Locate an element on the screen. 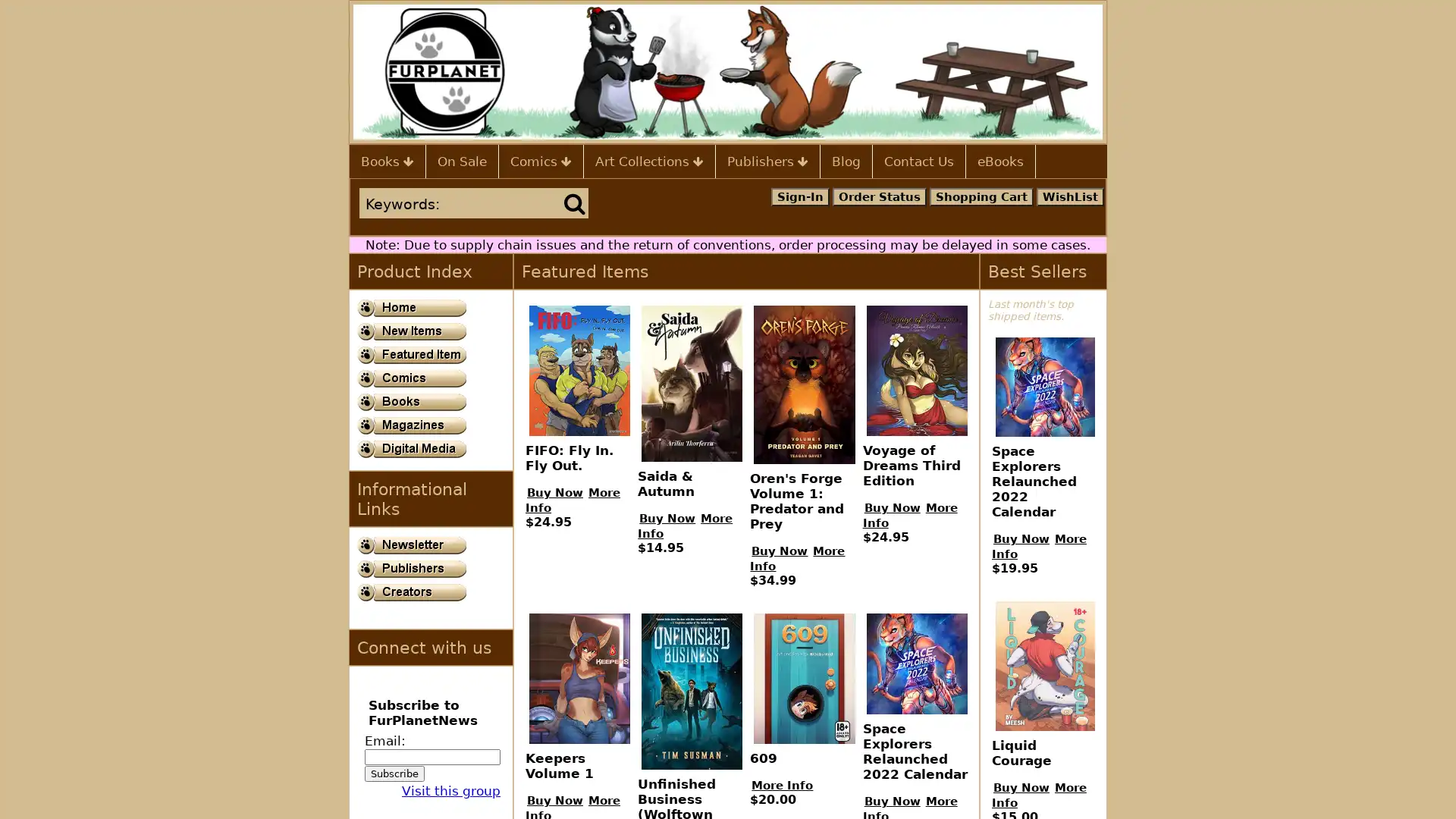  WishList is located at coordinates (1069, 195).